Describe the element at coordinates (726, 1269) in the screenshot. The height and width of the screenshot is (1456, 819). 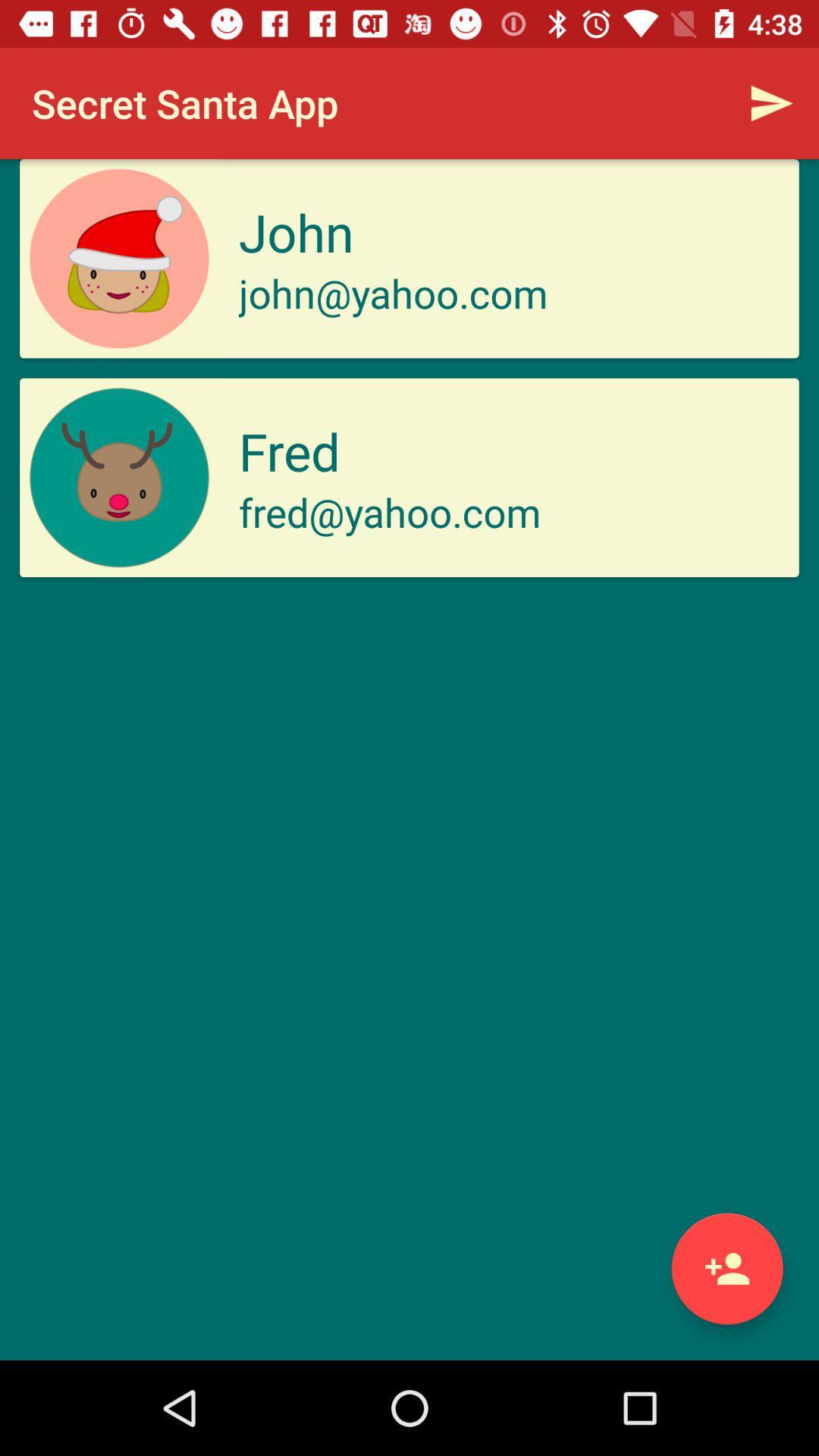
I see `the follow icon` at that location.